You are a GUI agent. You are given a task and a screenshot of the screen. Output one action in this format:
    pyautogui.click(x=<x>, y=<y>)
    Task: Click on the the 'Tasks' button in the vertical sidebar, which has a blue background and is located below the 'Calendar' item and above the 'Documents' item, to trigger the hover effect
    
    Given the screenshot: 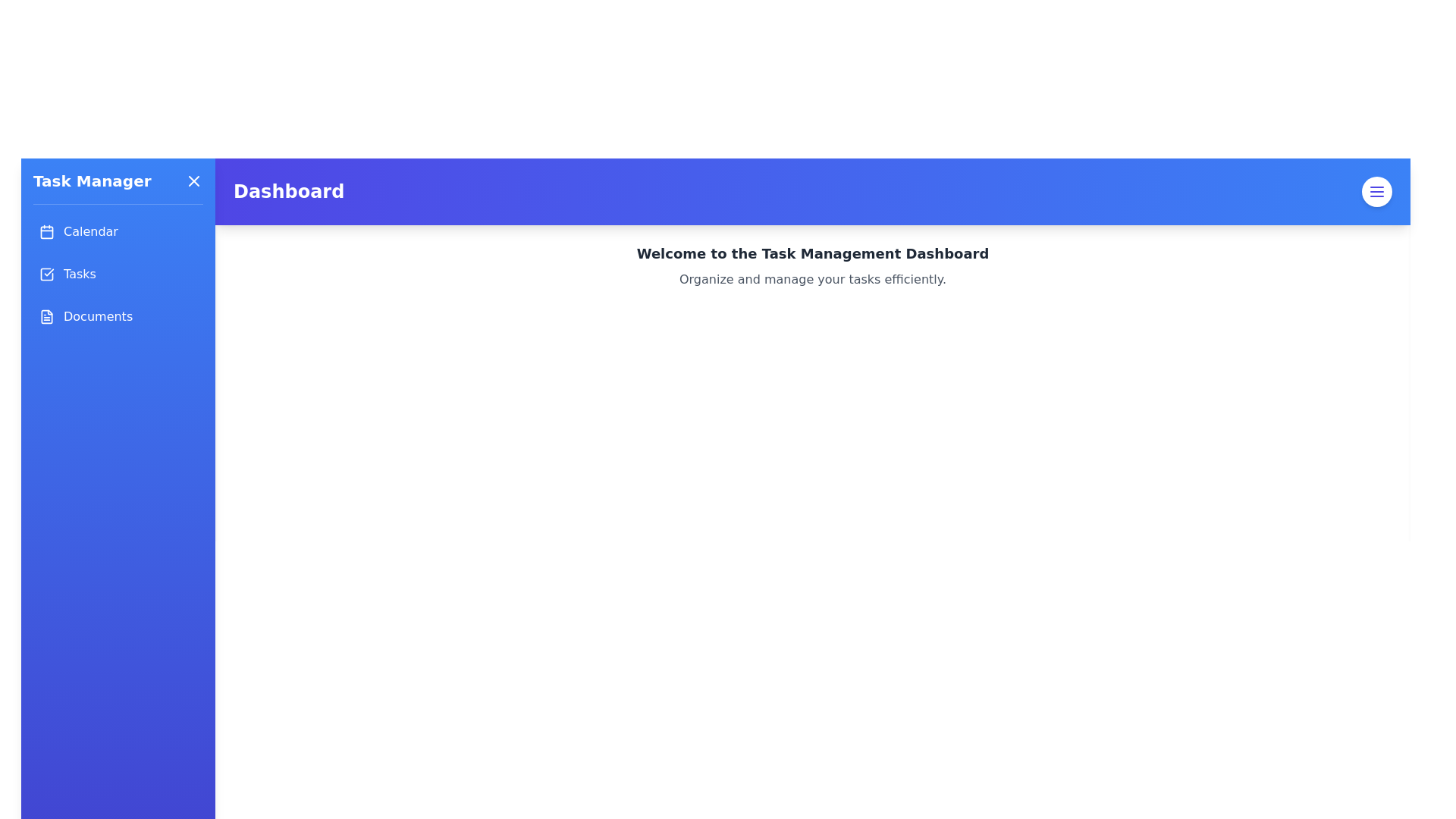 What is the action you would take?
    pyautogui.click(x=118, y=275)
    